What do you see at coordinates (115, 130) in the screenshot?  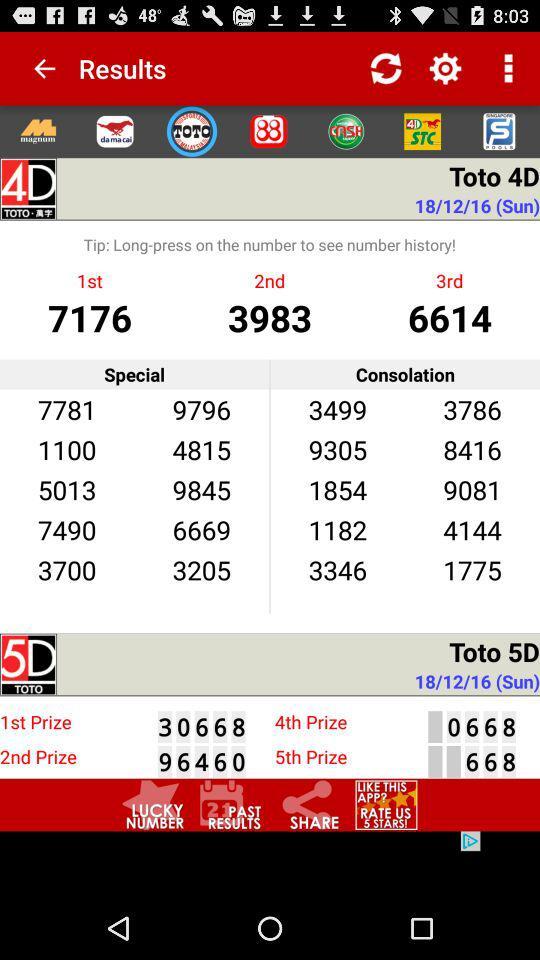 I see `open app` at bounding box center [115, 130].